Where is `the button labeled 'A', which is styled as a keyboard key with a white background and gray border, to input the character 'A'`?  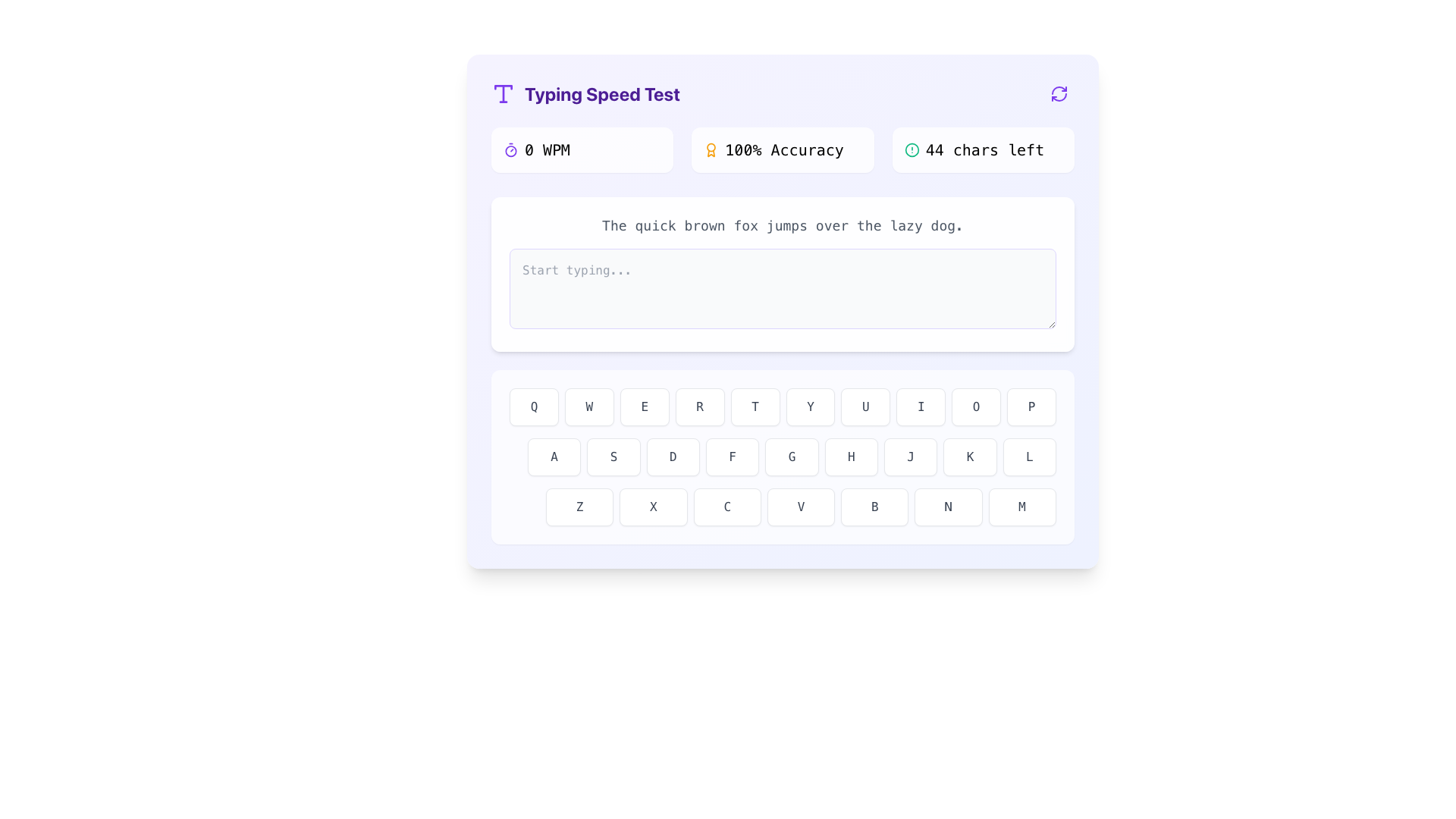
the button labeled 'A', which is styled as a keyboard key with a white background and gray border, to input the character 'A' is located at coordinates (554, 456).